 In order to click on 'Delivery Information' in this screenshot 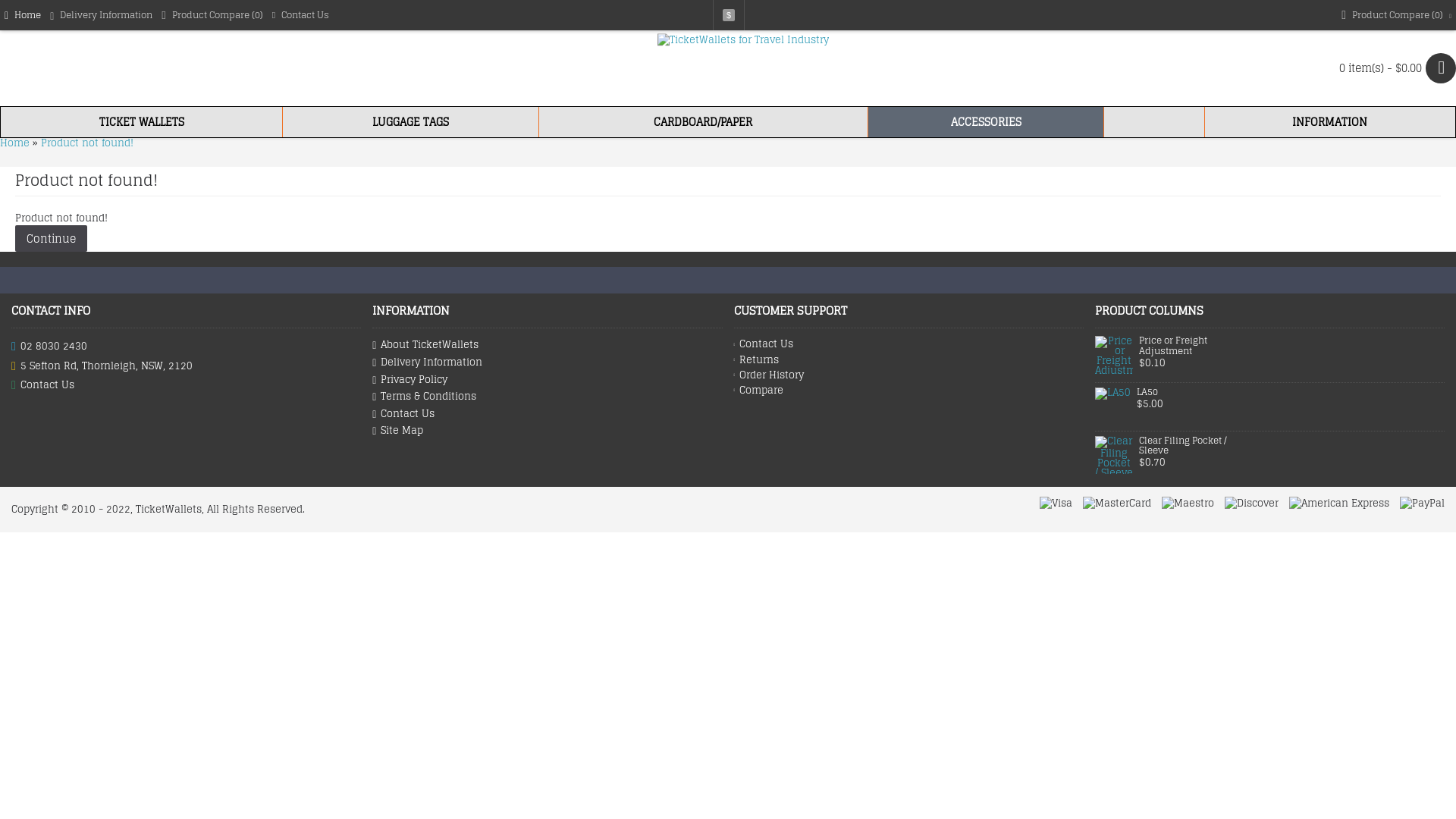, I will do `click(45, 14)`.